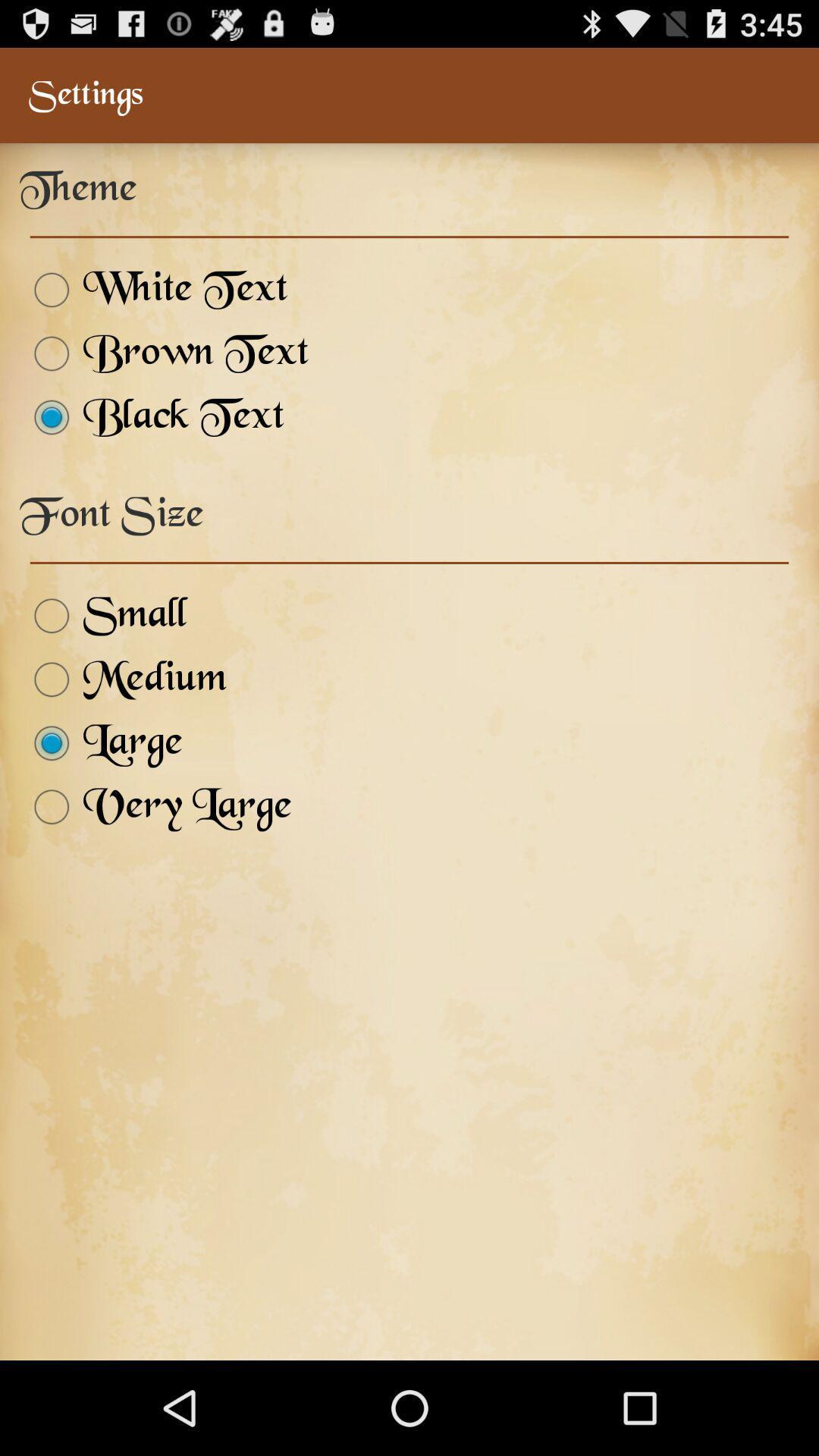 The image size is (819, 1456). What do you see at coordinates (164, 353) in the screenshot?
I see `brown text` at bounding box center [164, 353].